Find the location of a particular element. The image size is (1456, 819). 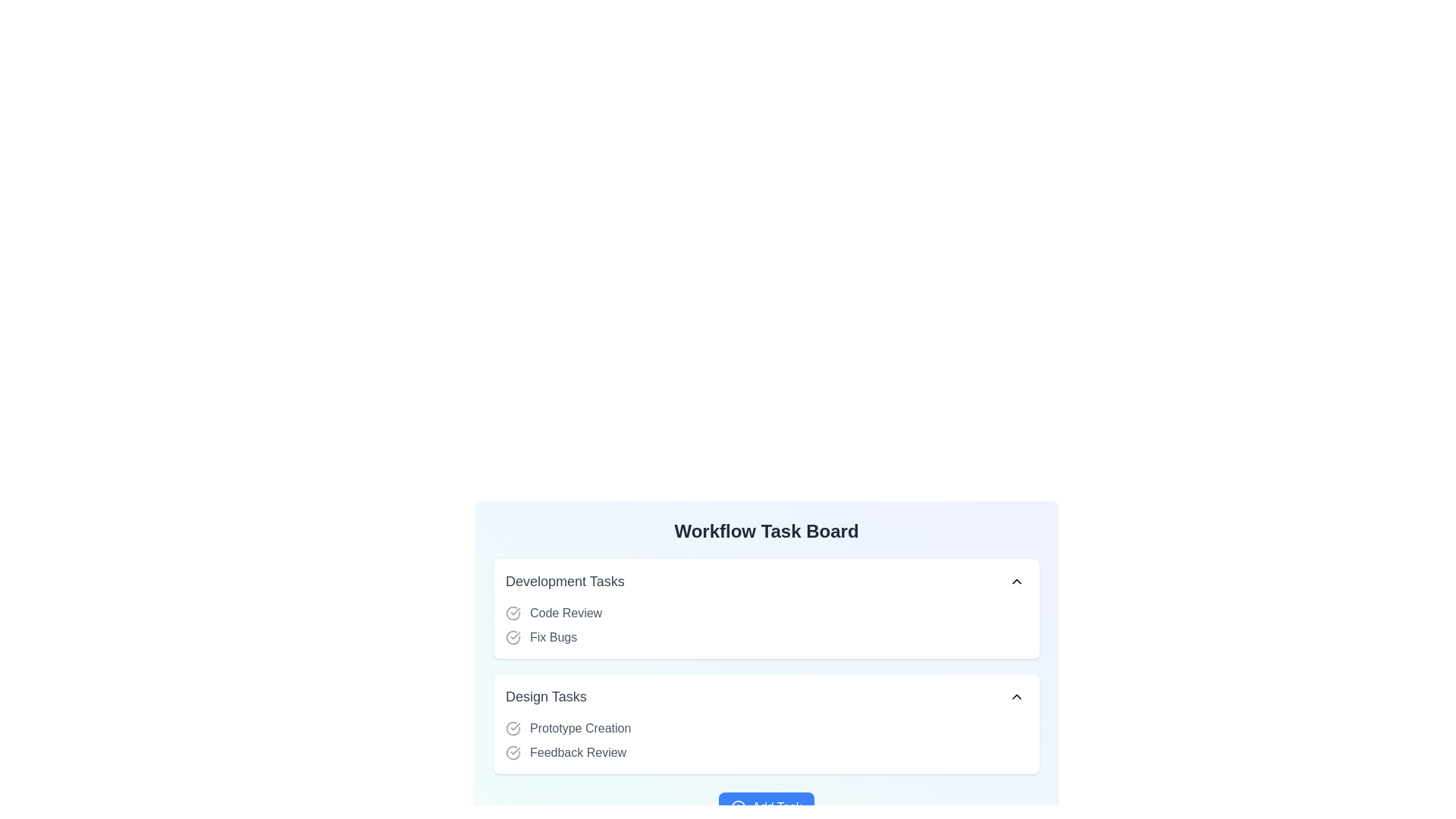

the task item titled 'Code Review' in the 'Development Tasks' section is located at coordinates (767, 613).